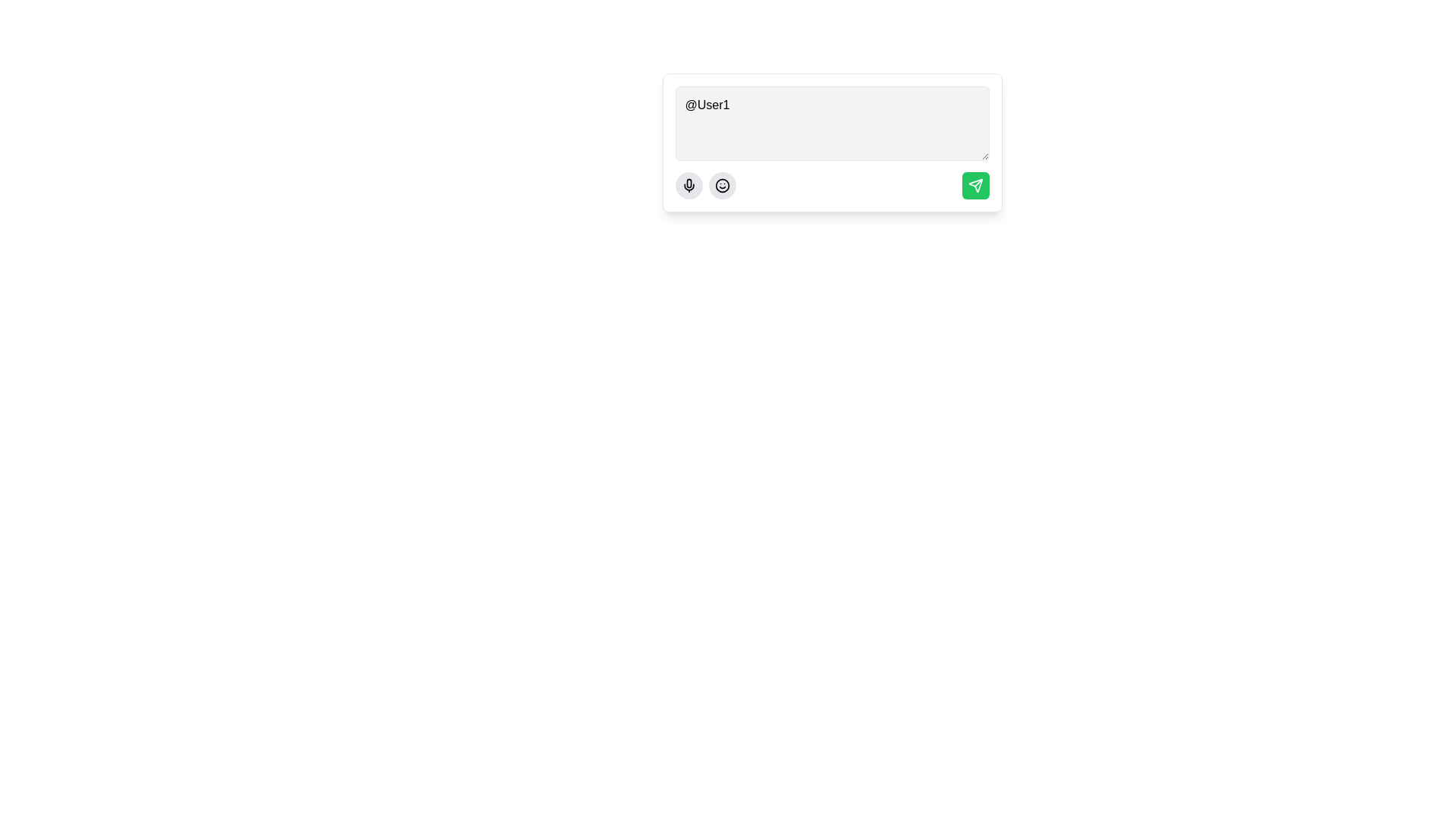 This screenshot has width=1456, height=819. I want to click on the microphone icon, which is part of a group of interactive circular icons with a light gray background, located below the typed message in the reply area, so click(704, 185).